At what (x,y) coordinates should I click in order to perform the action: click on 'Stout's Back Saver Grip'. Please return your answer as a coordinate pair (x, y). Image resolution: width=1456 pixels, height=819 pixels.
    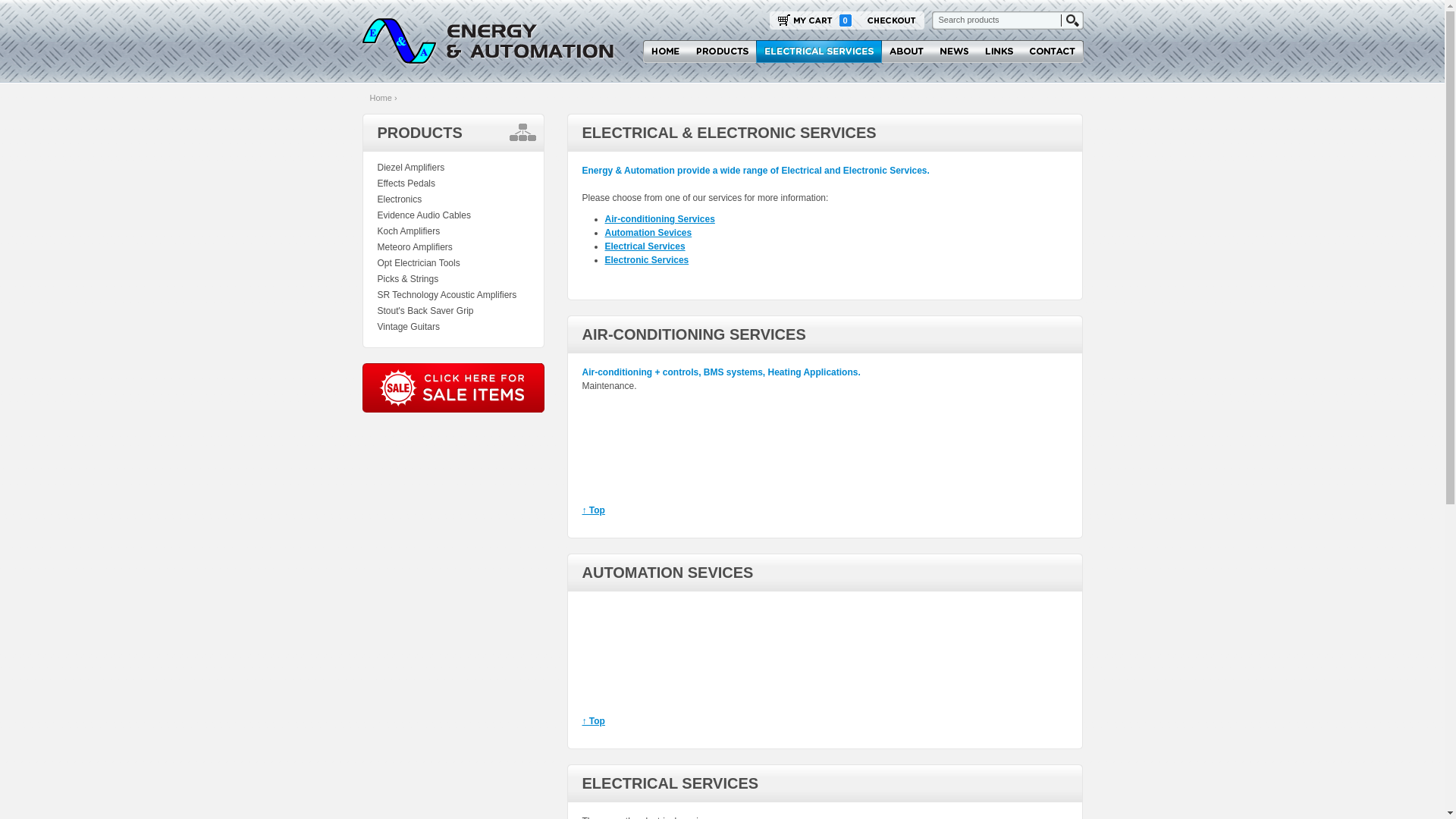
    Looking at the image, I should click on (425, 310).